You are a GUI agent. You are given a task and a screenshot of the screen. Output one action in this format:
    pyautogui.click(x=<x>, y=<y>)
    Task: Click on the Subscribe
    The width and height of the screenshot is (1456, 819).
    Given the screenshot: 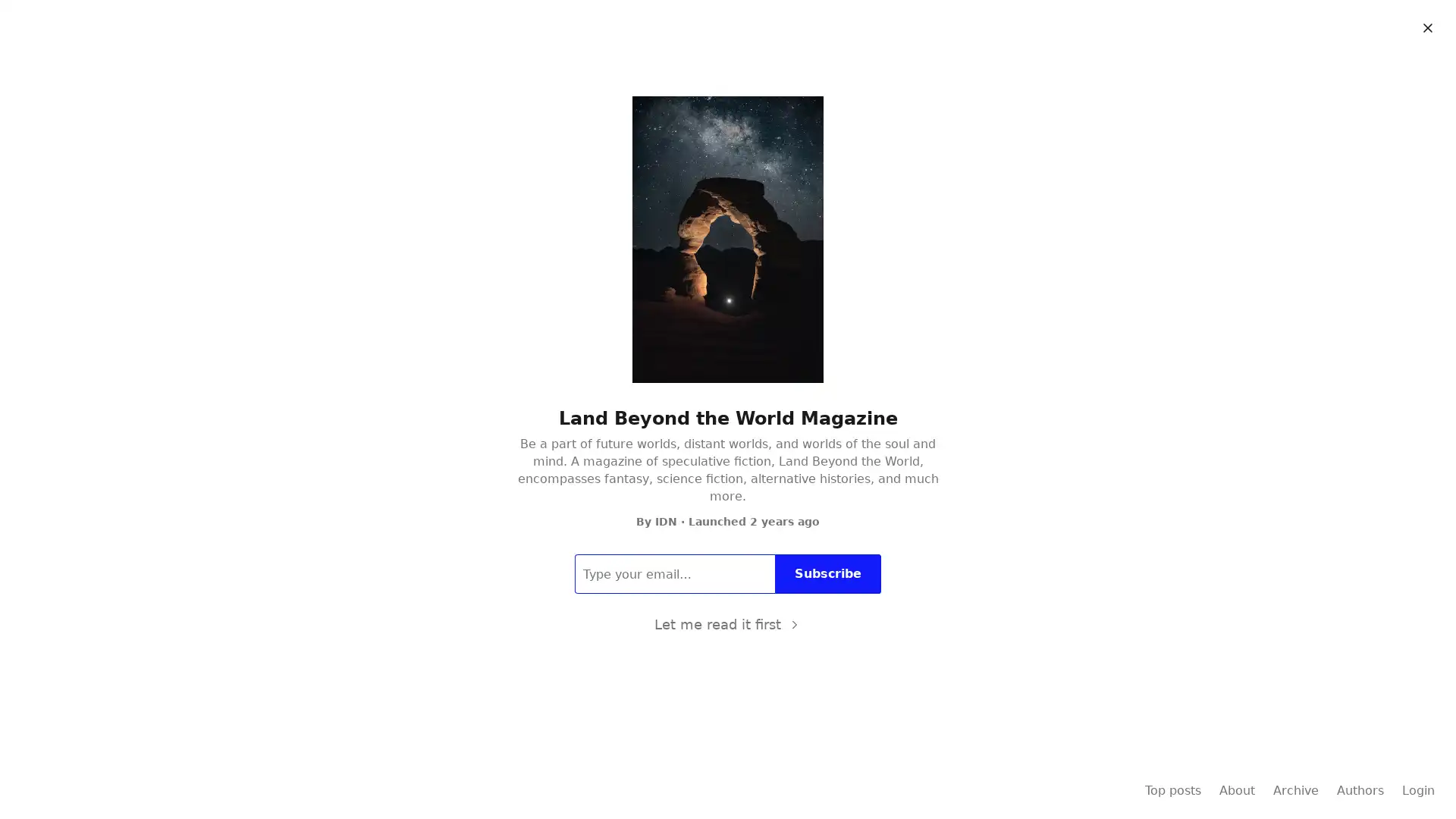 What is the action you would take?
    pyautogui.click(x=827, y=573)
    